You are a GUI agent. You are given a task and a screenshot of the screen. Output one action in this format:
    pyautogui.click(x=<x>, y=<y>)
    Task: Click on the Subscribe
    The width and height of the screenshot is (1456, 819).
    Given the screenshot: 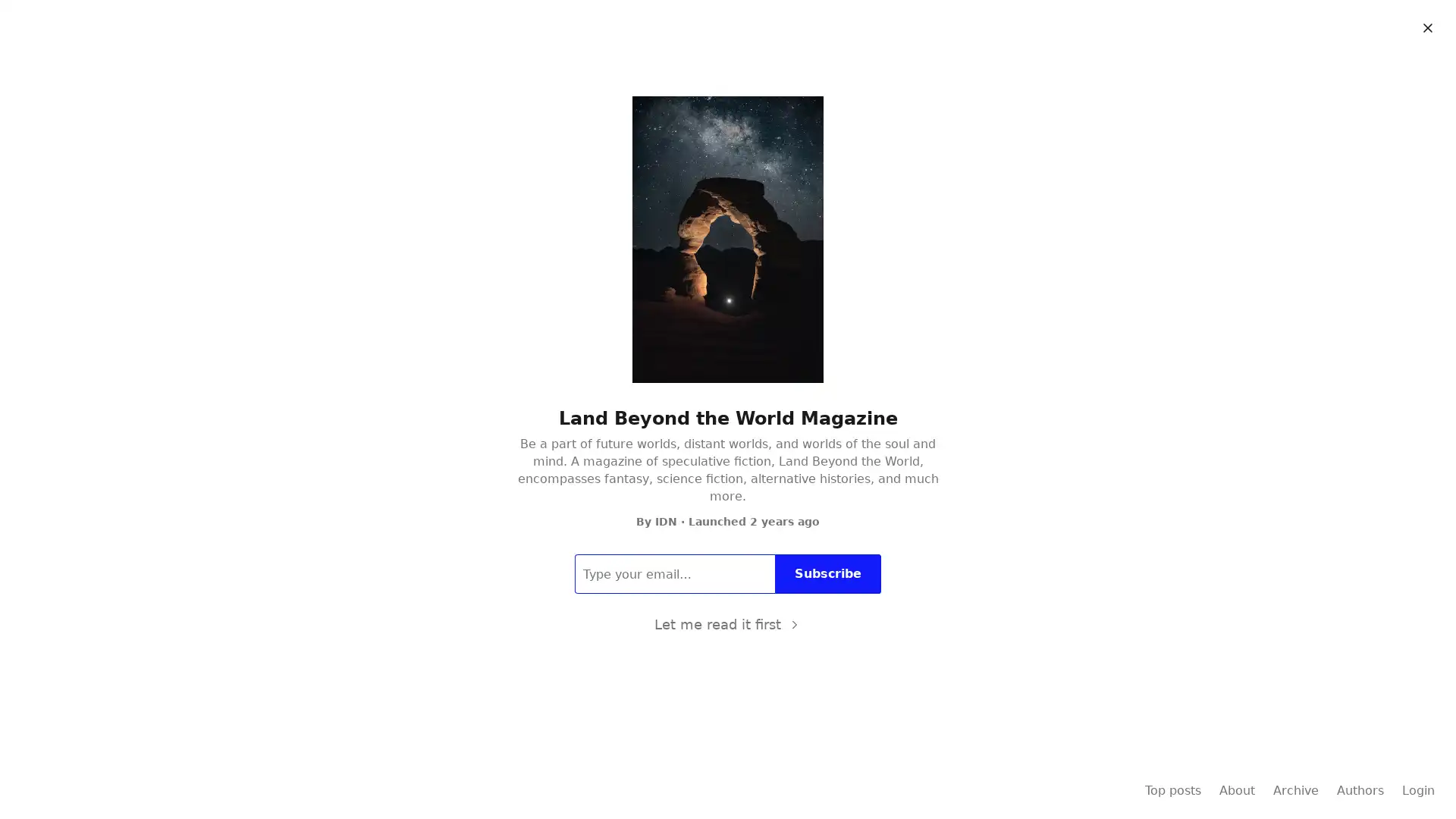 What is the action you would take?
    pyautogui.click(x=827, y=573)
    